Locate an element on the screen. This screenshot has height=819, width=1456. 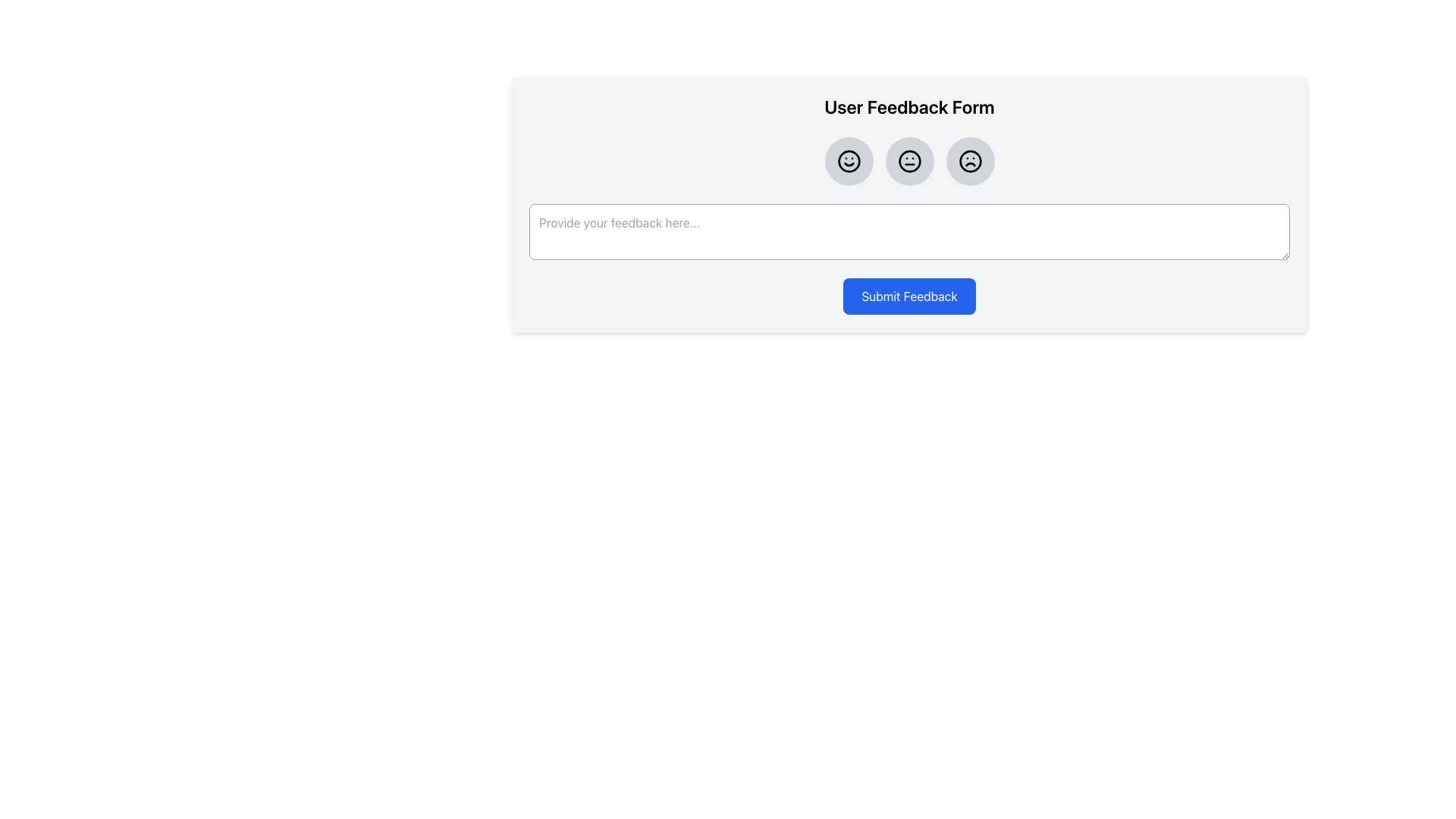
the neutral feedback button, which is the second circular icon with a neutral facial expression in the 'User Feedback Form' section is located at coordinates (909, 161).